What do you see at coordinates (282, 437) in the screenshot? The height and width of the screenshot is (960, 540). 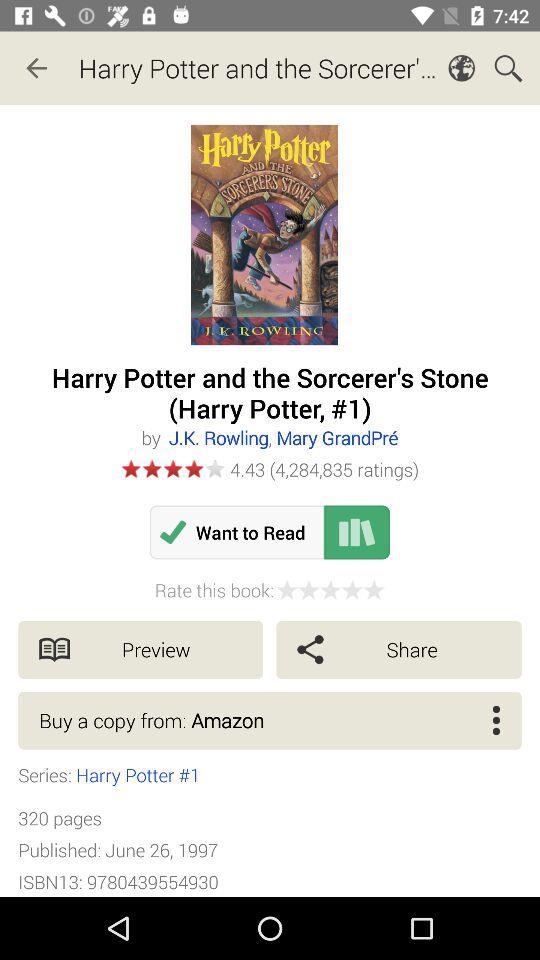 I see `the item below the harry potter and item` at bounding box center [282, 437].